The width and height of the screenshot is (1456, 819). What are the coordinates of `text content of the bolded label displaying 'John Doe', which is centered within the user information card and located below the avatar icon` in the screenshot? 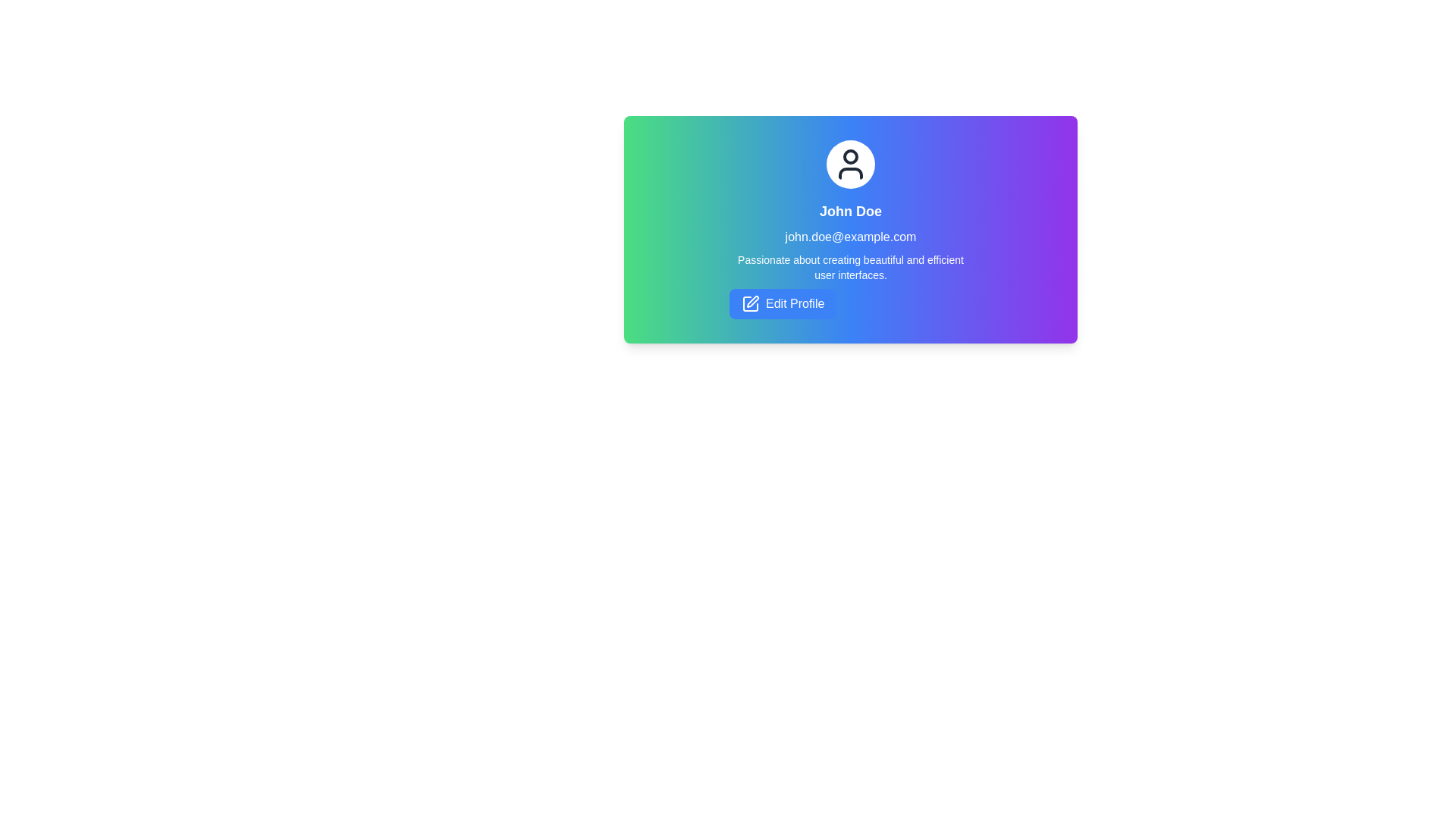 It's located at (851, 211).